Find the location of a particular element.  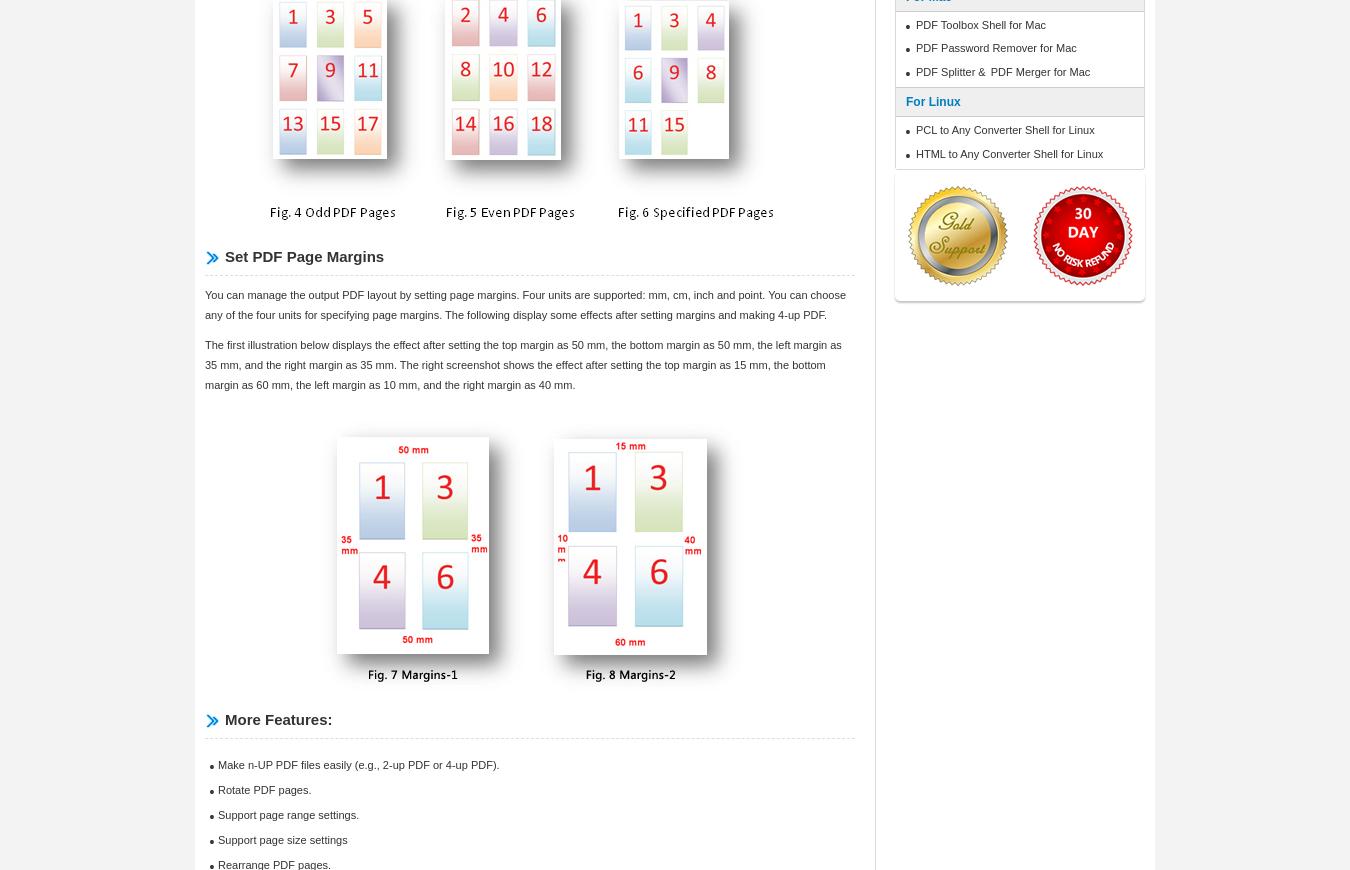

'The first illustration below displays  the effect after setting the top margin as 50 mm, the bottom margin as 50 mm, the  left margin as 35 mm, and the right margin as 35 mm. The right screenshot shows  the effect after setting the top margin as 15 mm, the bottom margin as 60 mm,  the left margin as 10 mm, and the right margin as 40 mm.' is located at coordinates (521, 364).